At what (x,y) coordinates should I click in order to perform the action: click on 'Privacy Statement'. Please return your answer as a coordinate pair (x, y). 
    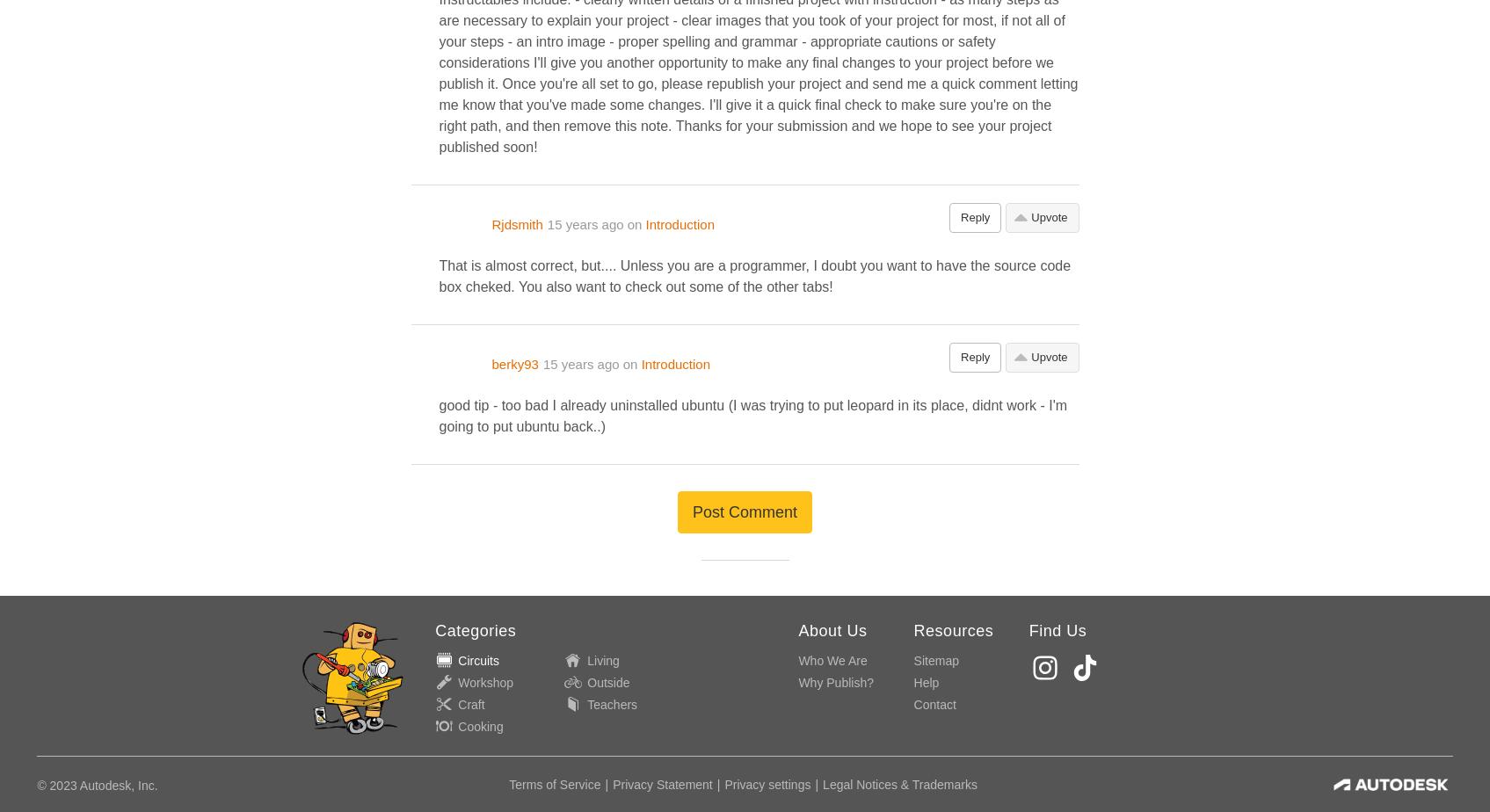
    Looking at the image, I should click on (612, 785).